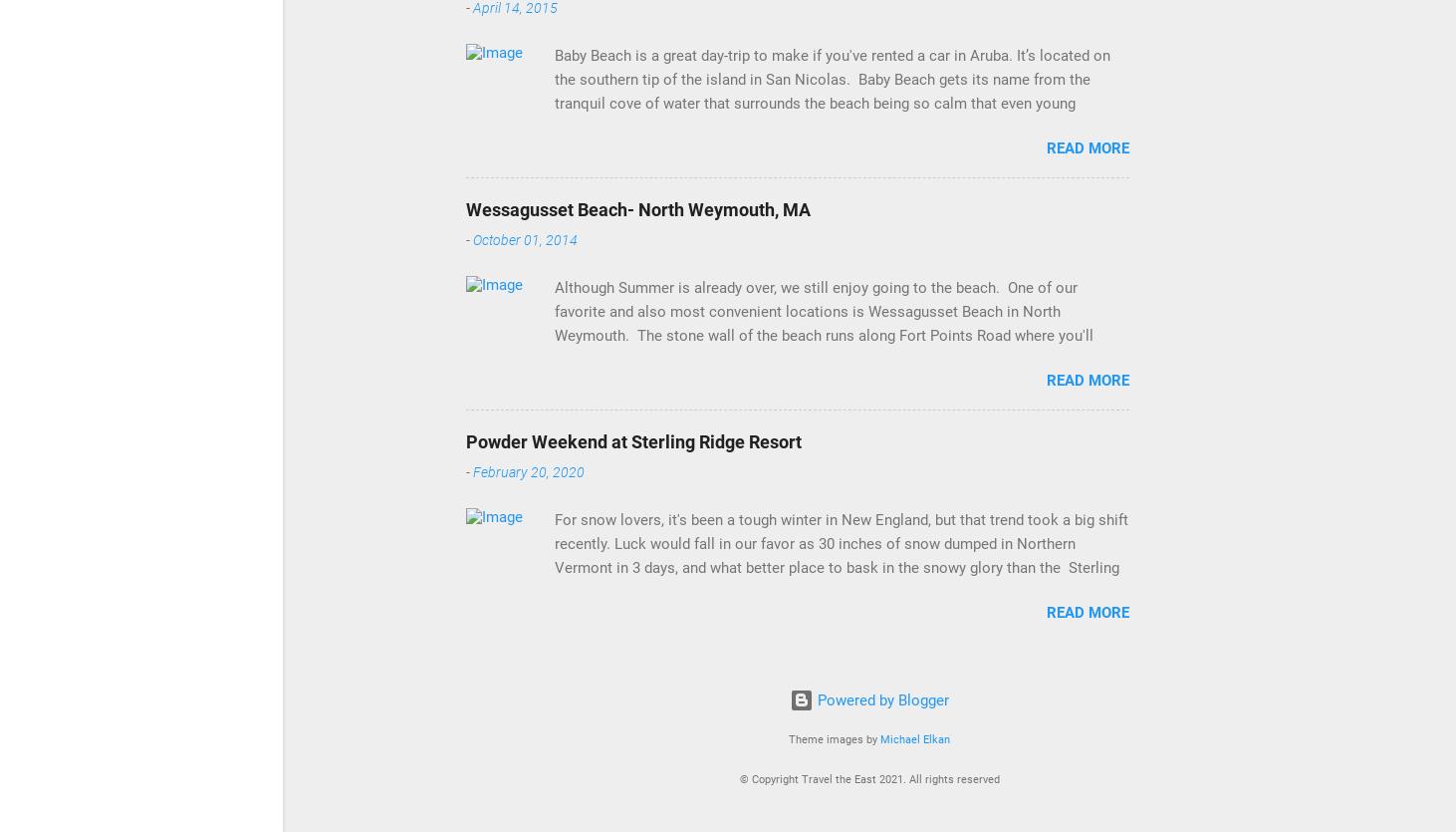 The width and height of the screenshot is (1456, 832). I want to click on '© Copyright Travel the East 2021. All rights reserved', so click(737, 777).